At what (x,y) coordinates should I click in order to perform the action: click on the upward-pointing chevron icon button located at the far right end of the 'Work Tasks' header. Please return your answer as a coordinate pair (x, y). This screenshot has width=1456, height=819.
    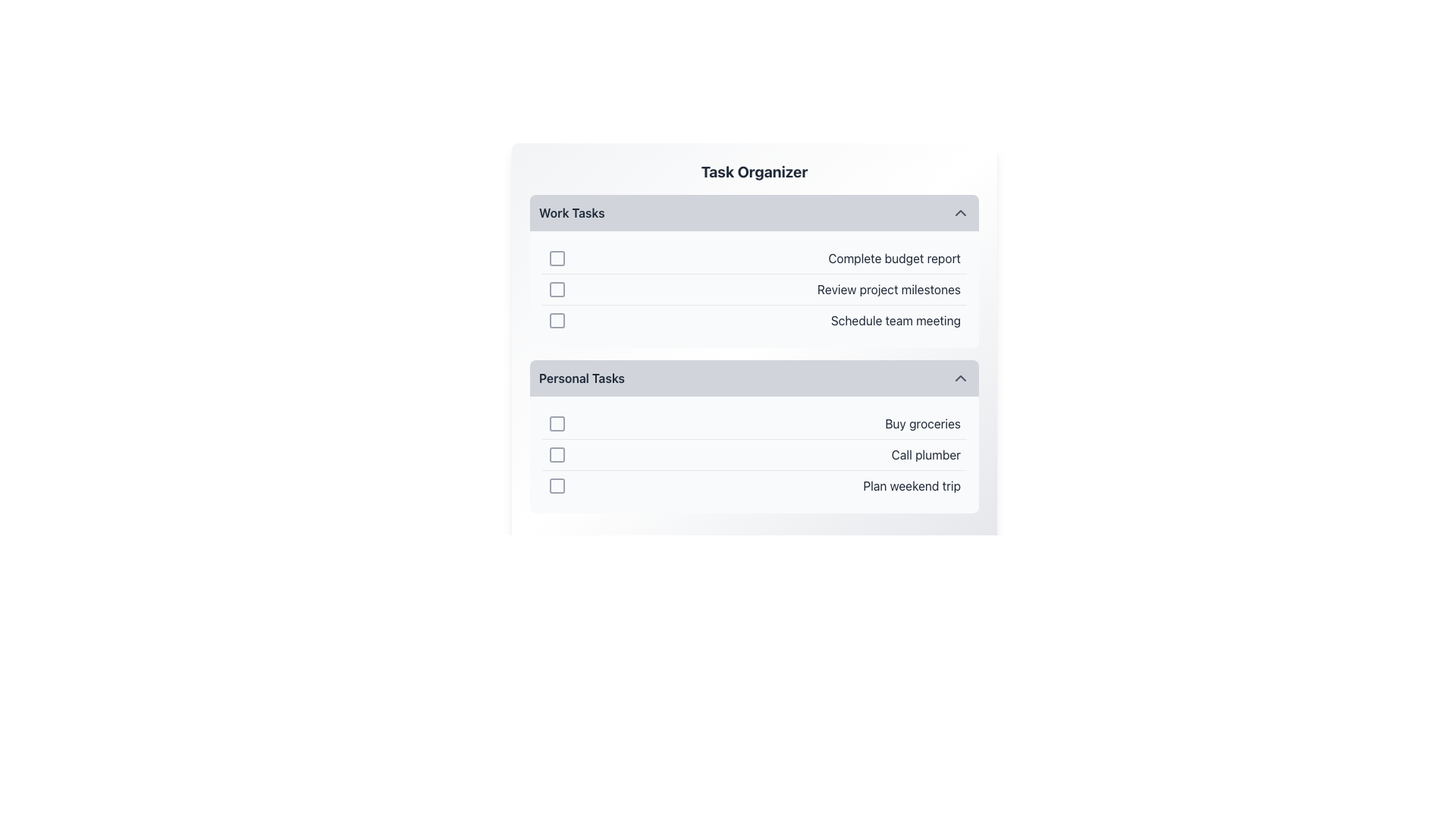
    Looking at the image, I should click on (960, 213).